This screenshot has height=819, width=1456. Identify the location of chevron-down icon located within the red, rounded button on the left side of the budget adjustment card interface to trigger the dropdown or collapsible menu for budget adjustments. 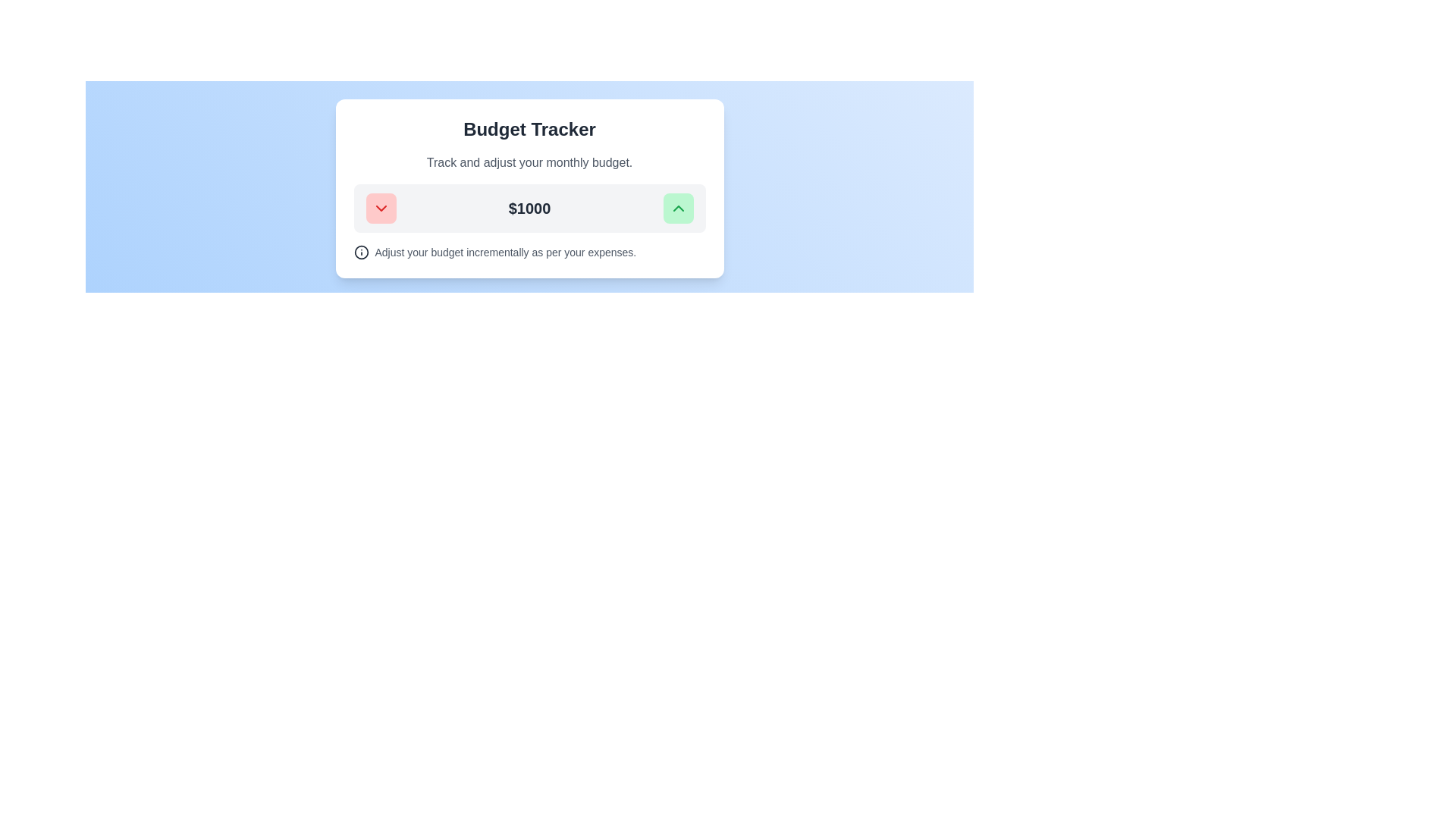
(381, 208).